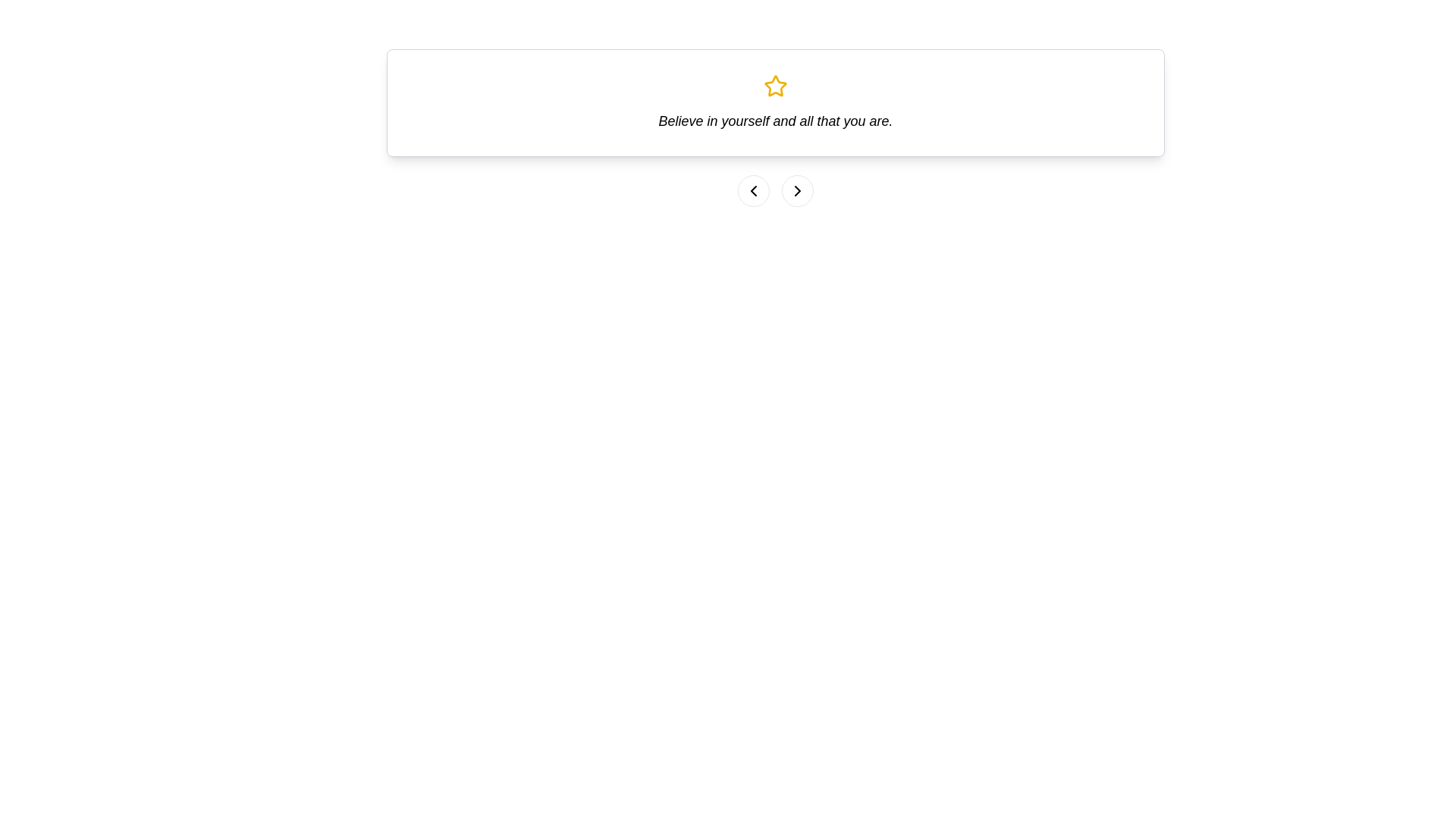 The image size is (1456, 819). What do you see at coordinates (796, 190) in the screenshot?
I see `the circular button with a right-pointing chevron icon located to the right of the left-pointing chevron button in the navigation controls below a motivational quote on the card` at bounding box center [796, 190].